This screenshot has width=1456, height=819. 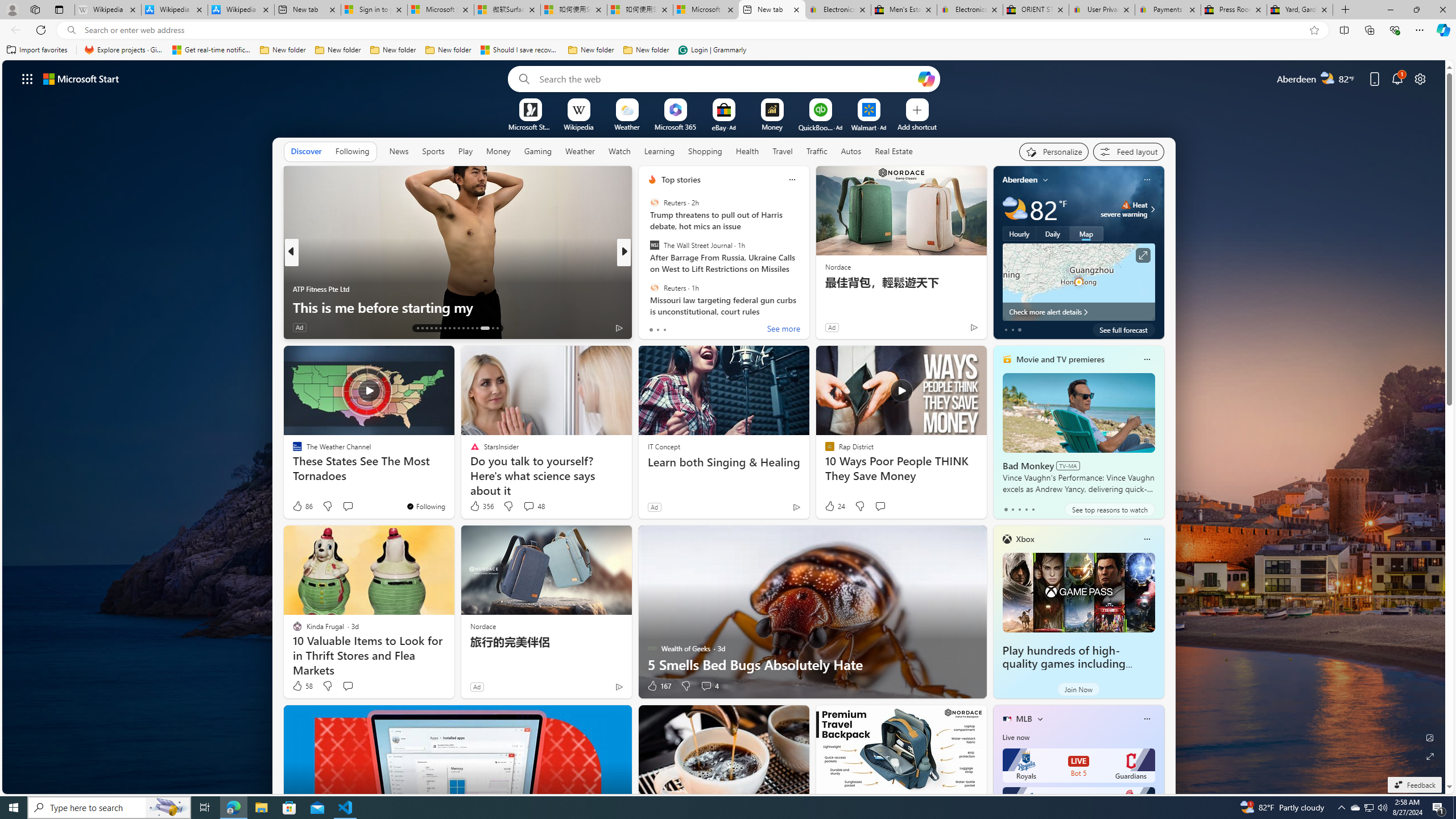 I want to click on 'Larger map ', so click(x=1078, y=282).